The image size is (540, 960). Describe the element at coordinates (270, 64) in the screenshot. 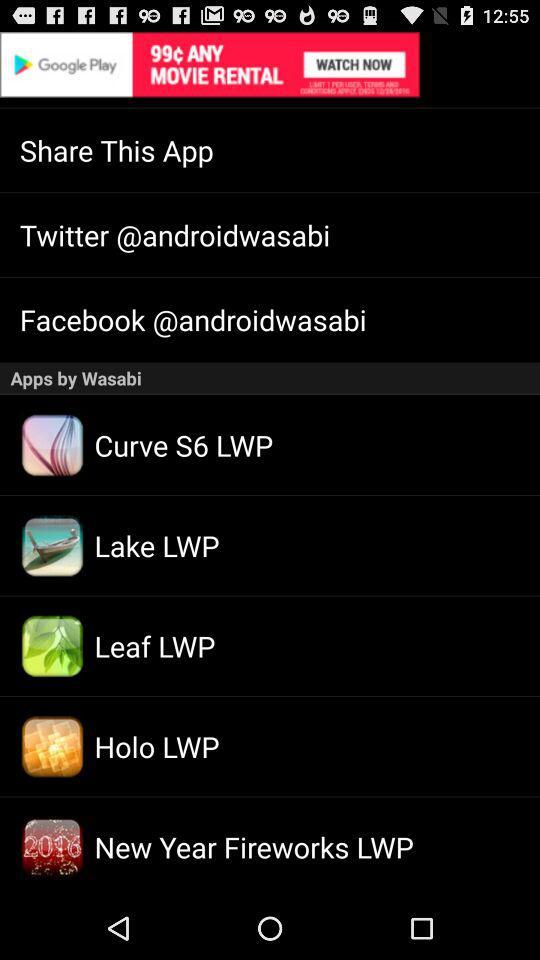

I see `advertisement` at that location.